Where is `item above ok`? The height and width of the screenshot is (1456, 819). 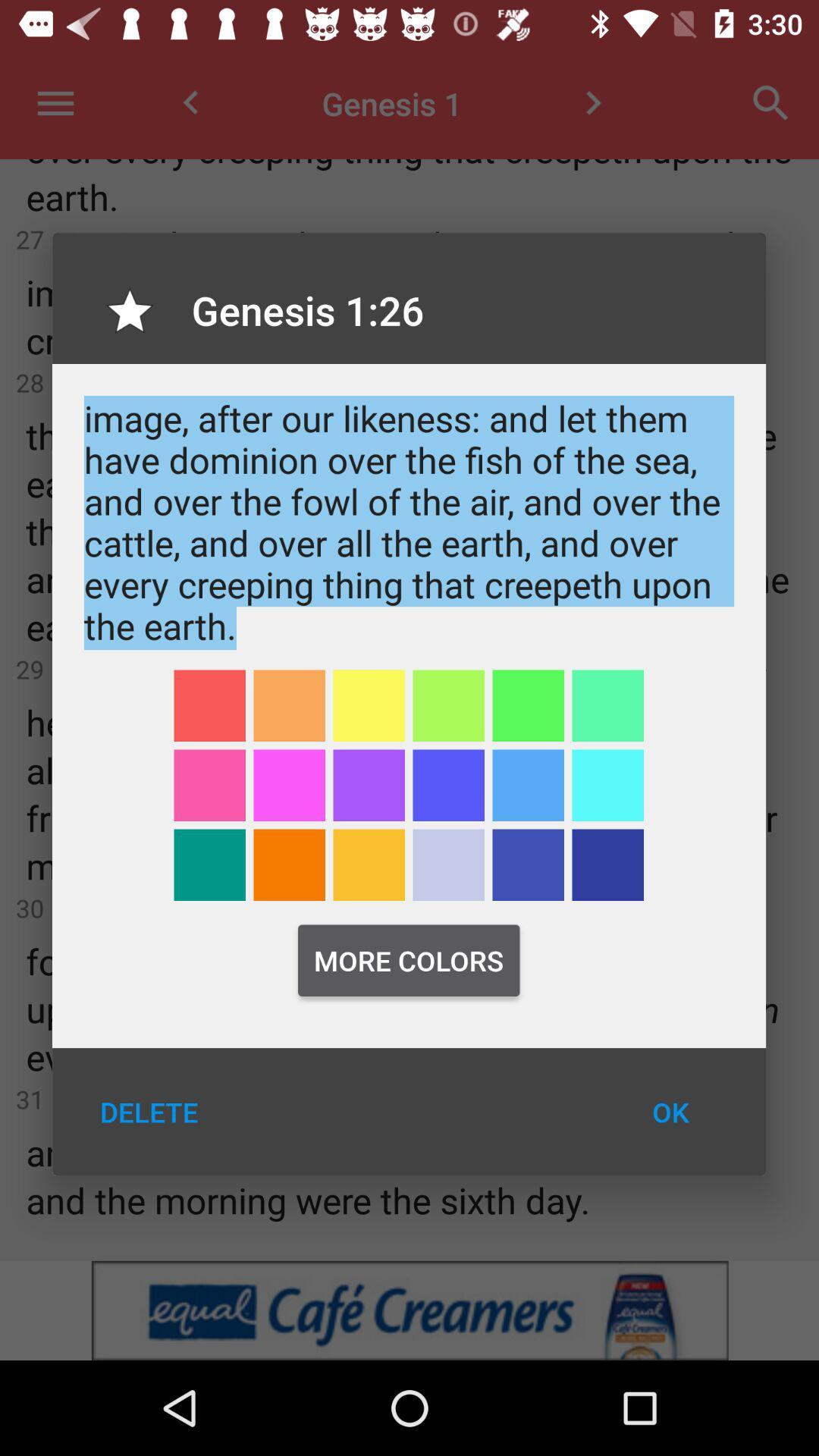
item above ok is located at coordinates (607, 864).